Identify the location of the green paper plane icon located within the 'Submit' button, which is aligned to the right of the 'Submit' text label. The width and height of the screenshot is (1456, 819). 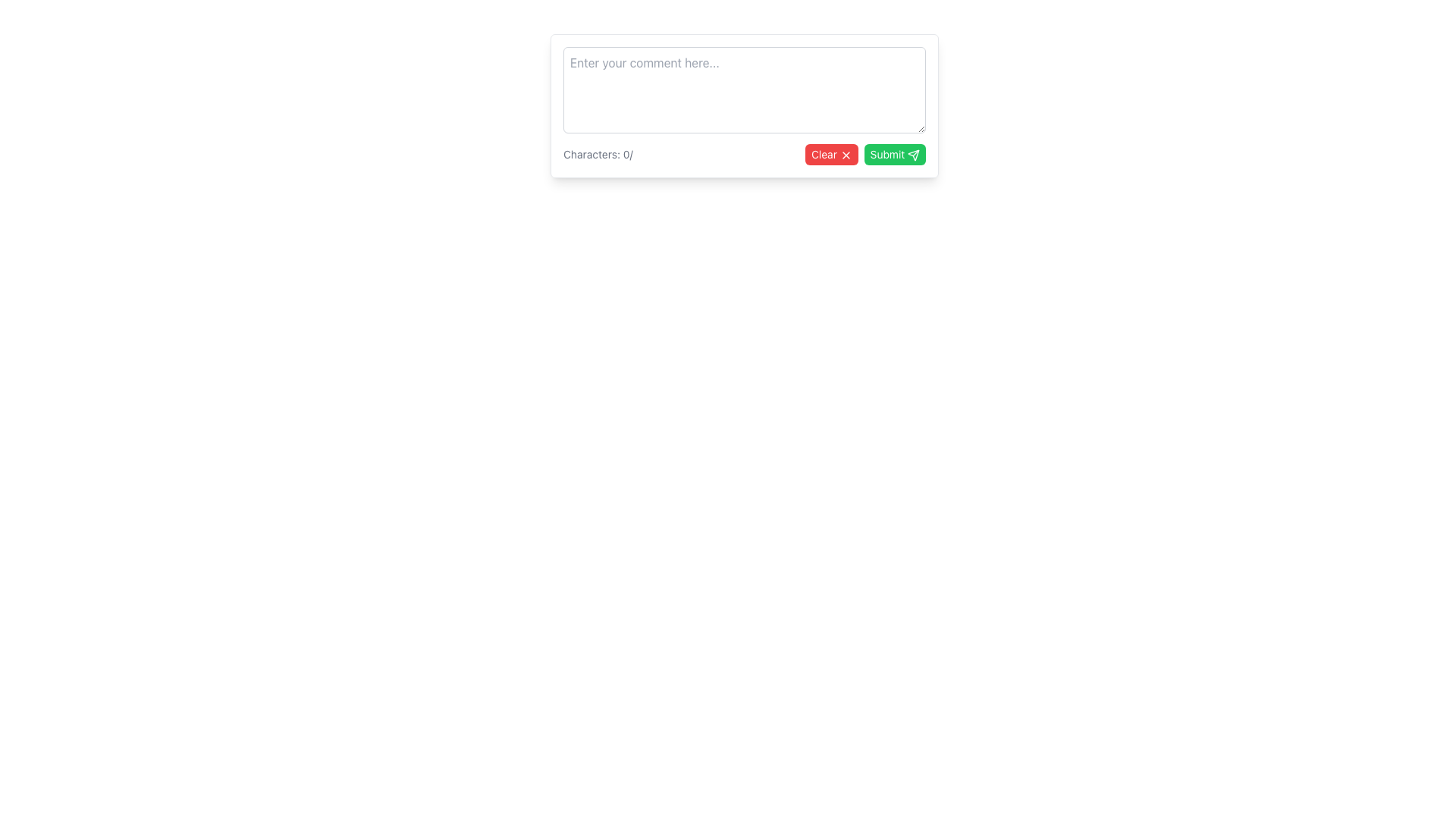
(912, 155).